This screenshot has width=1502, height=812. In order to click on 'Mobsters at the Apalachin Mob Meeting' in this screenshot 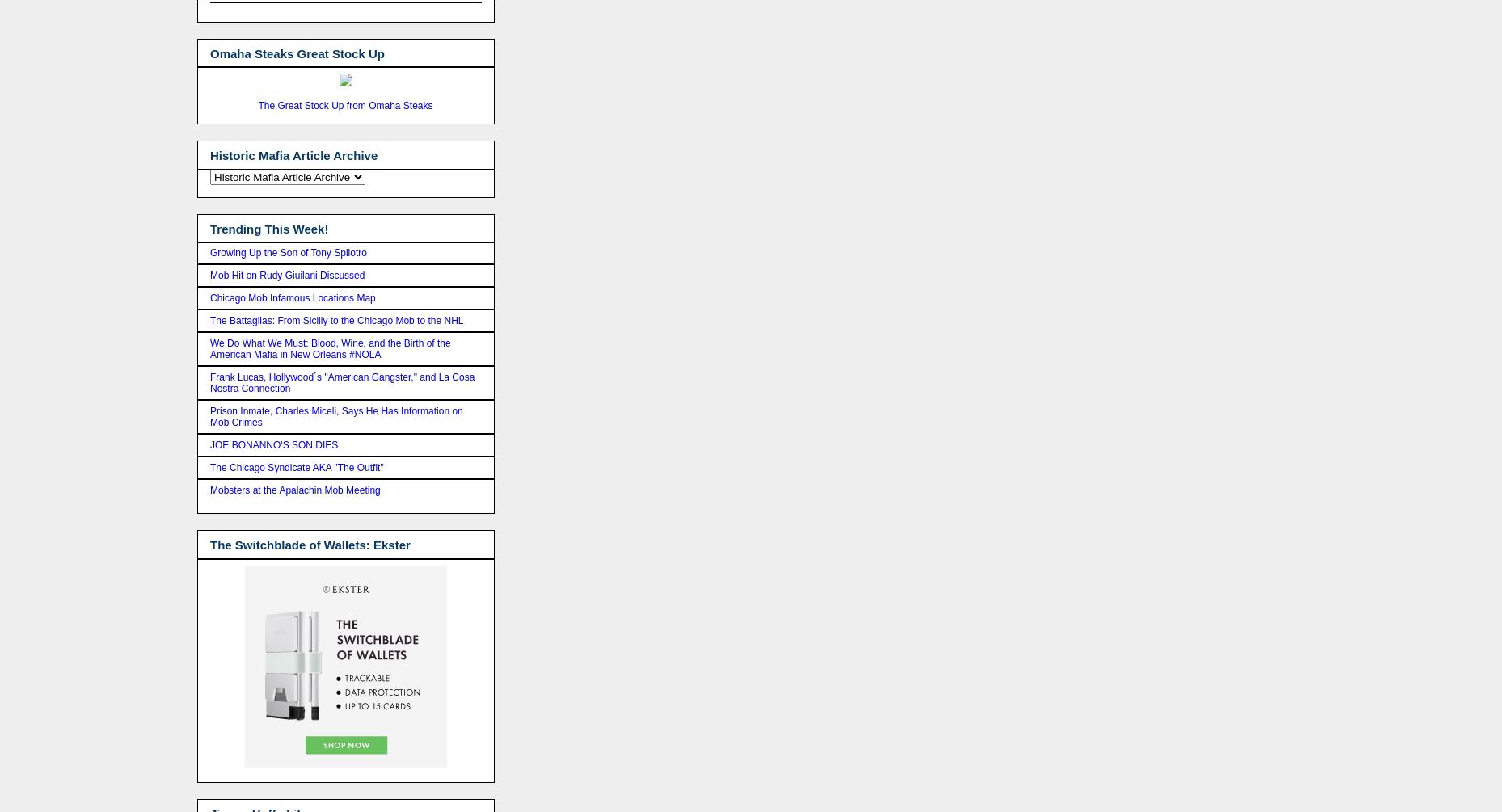, I will do `click(209, 490)`.